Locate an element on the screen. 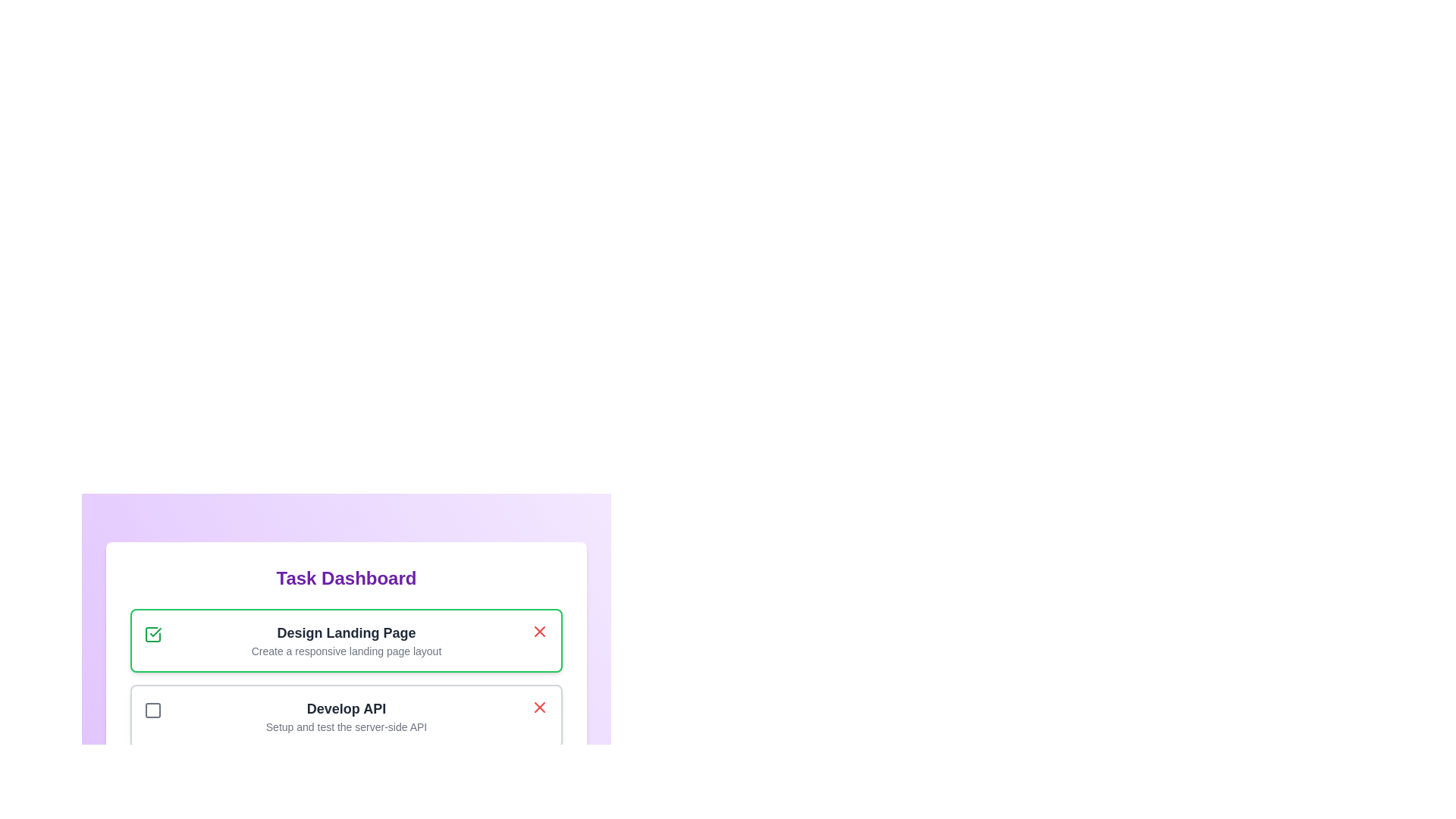  the task with ID 2 by clicking its associated 'X' button is located at coordinates (539, 708).